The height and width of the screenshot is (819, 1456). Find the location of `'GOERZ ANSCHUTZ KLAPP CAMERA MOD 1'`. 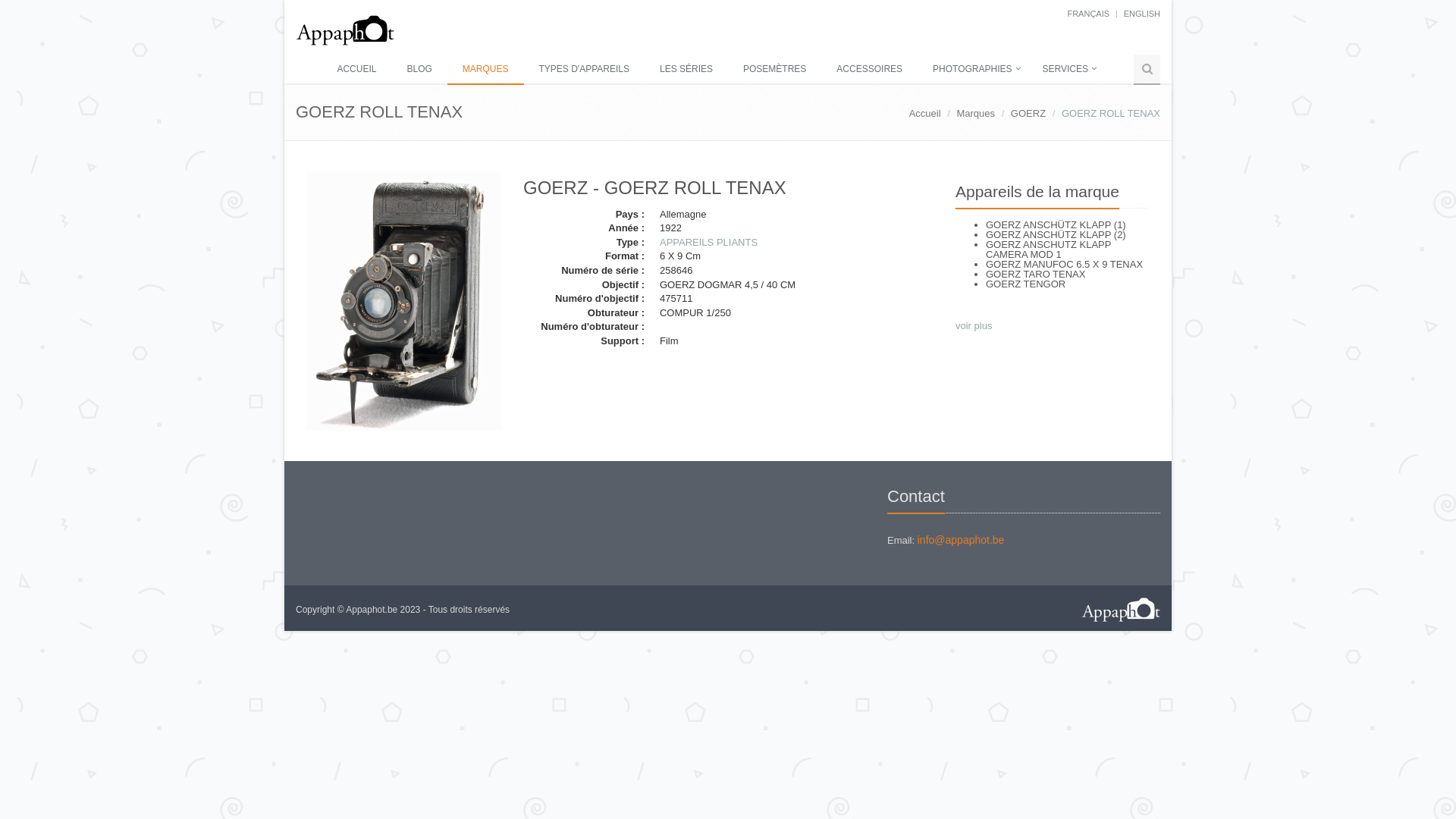

'GOERZ ANSCHUTZ KLAPP CAMERA MOD 1' is located at coordinates (1047, 248).